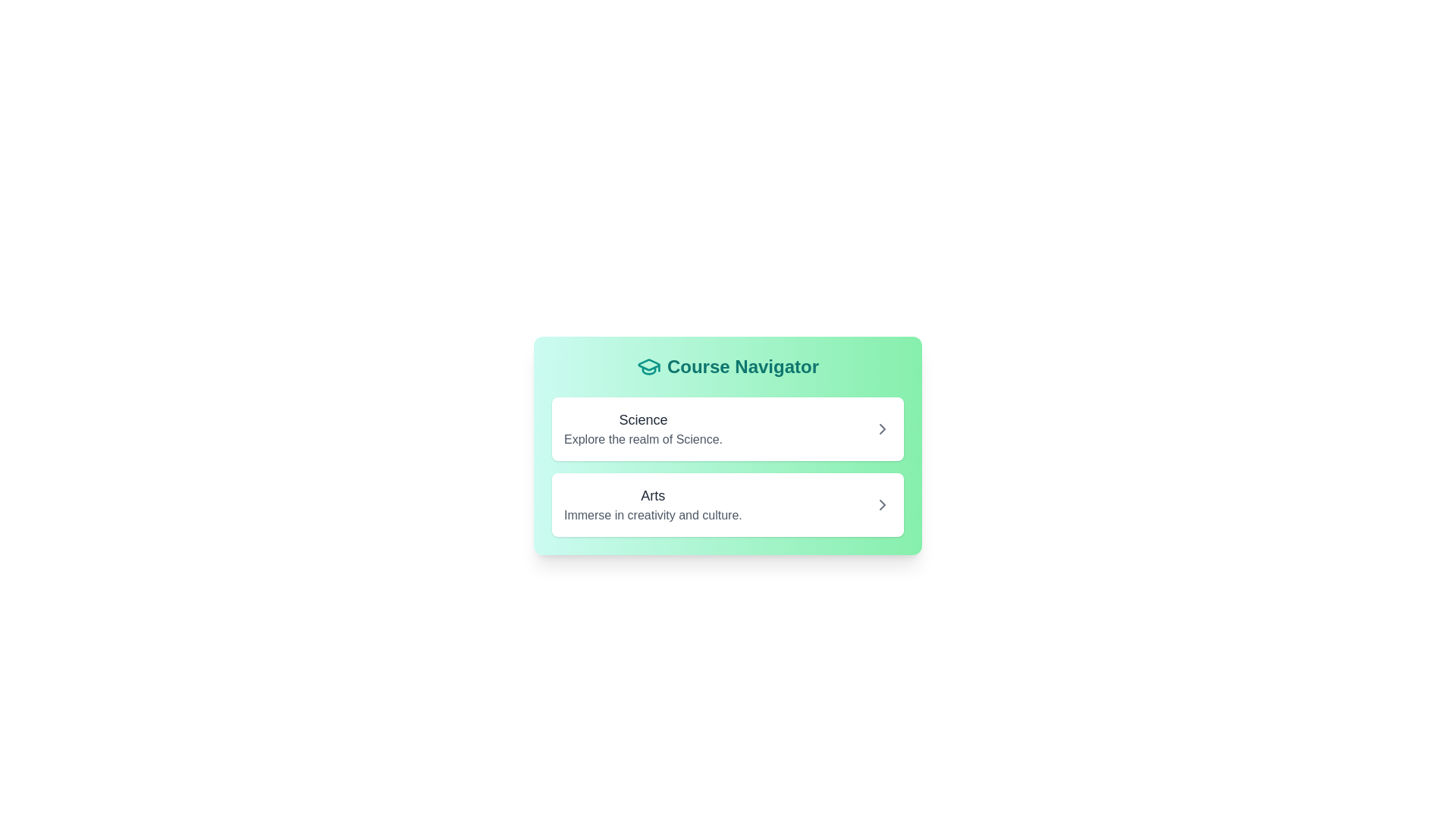 This screenshot has height=819, width=1456. Describe the element at coordinates (882, 505) in the screenshot. I see `the right-pointing chevron icon located at the far right end of the 'Arts' section in the menu` at that location.